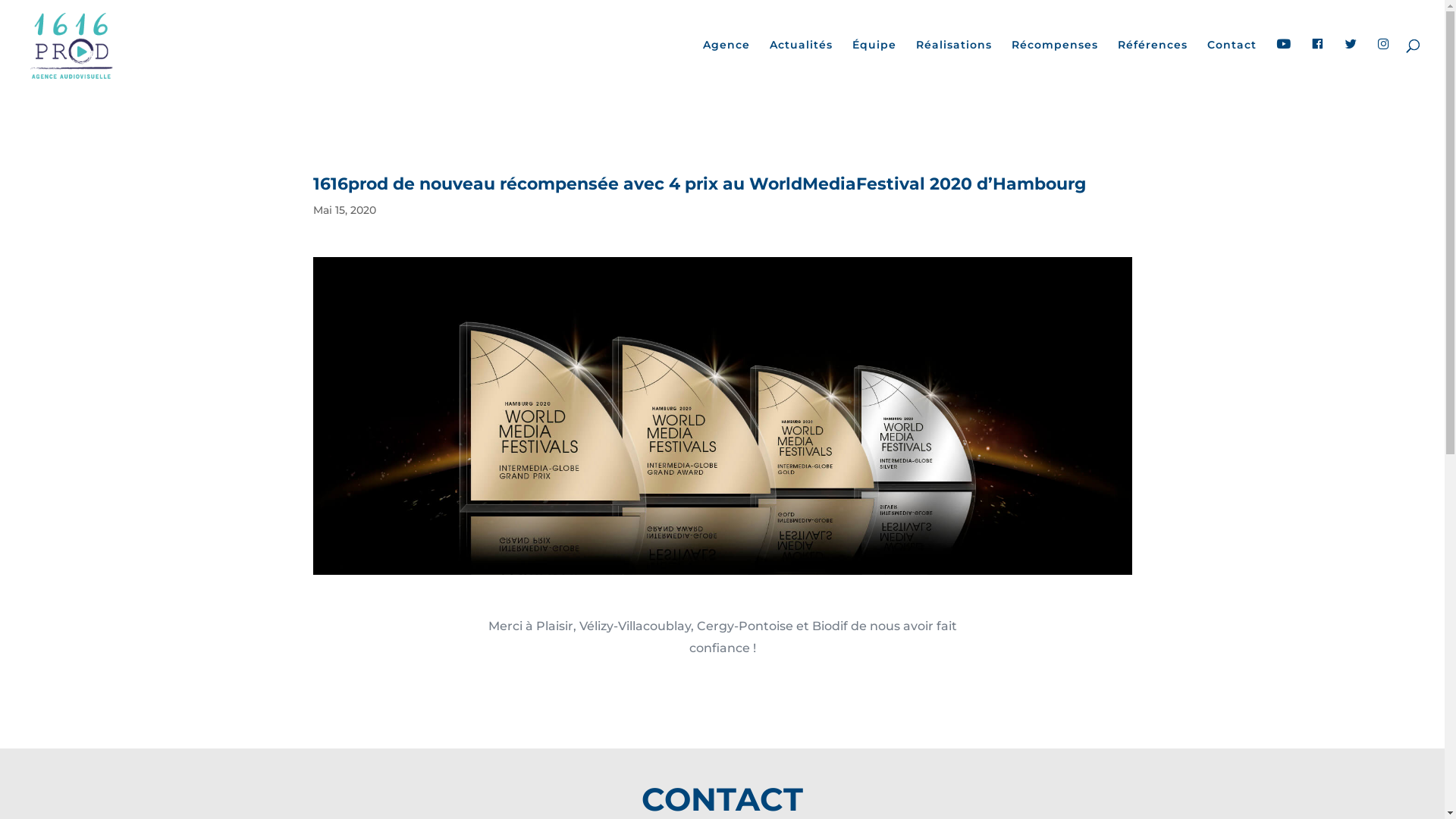  What do you see at coordinates (1283, 64) in the screenshot?
I see `'Youtube'` at bounding box center [1283, 64].